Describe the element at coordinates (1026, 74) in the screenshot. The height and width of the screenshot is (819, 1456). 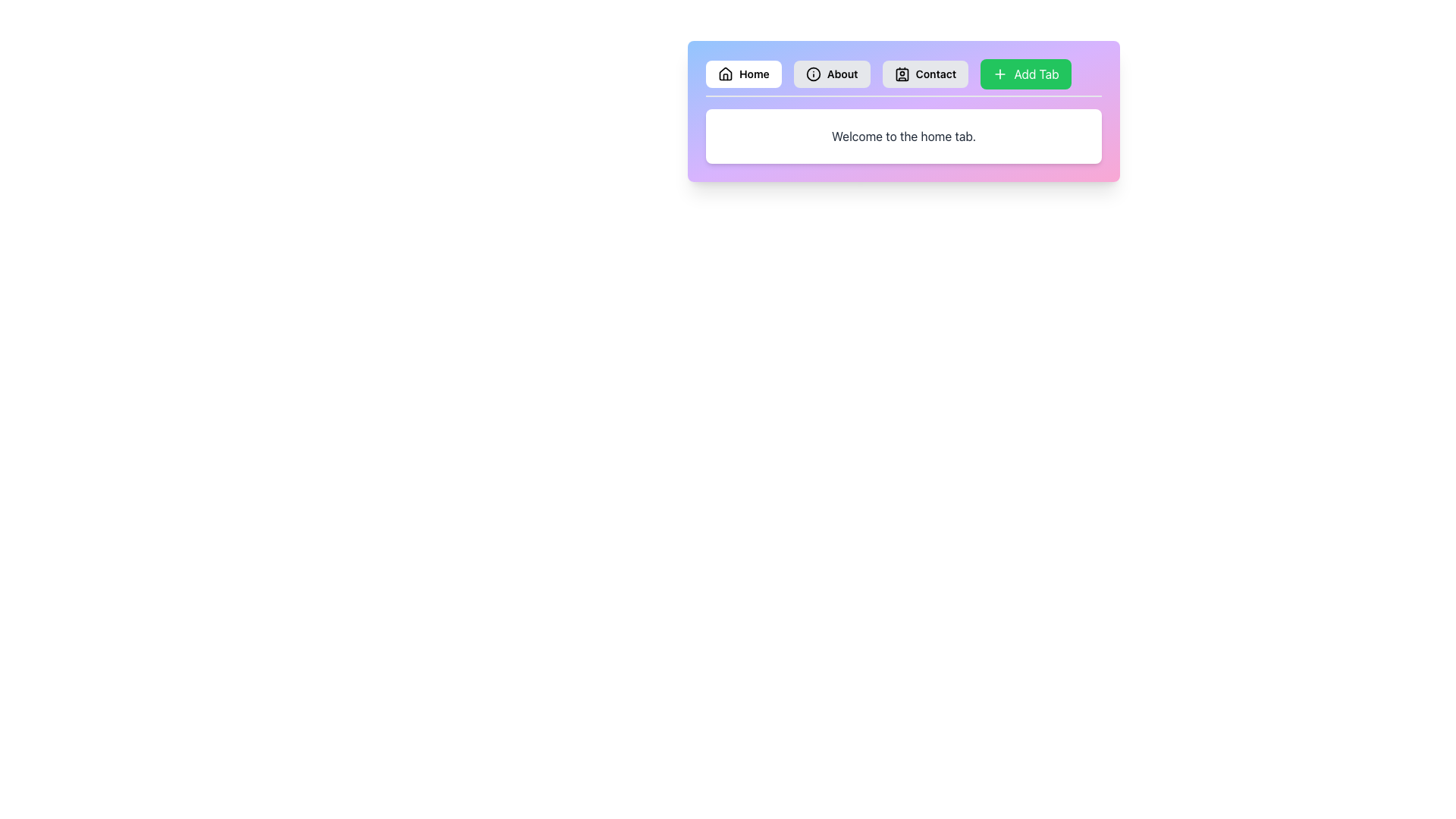
I see `the 'Add New Tab' button located at the far right of the horizontal menu structure` at that location.